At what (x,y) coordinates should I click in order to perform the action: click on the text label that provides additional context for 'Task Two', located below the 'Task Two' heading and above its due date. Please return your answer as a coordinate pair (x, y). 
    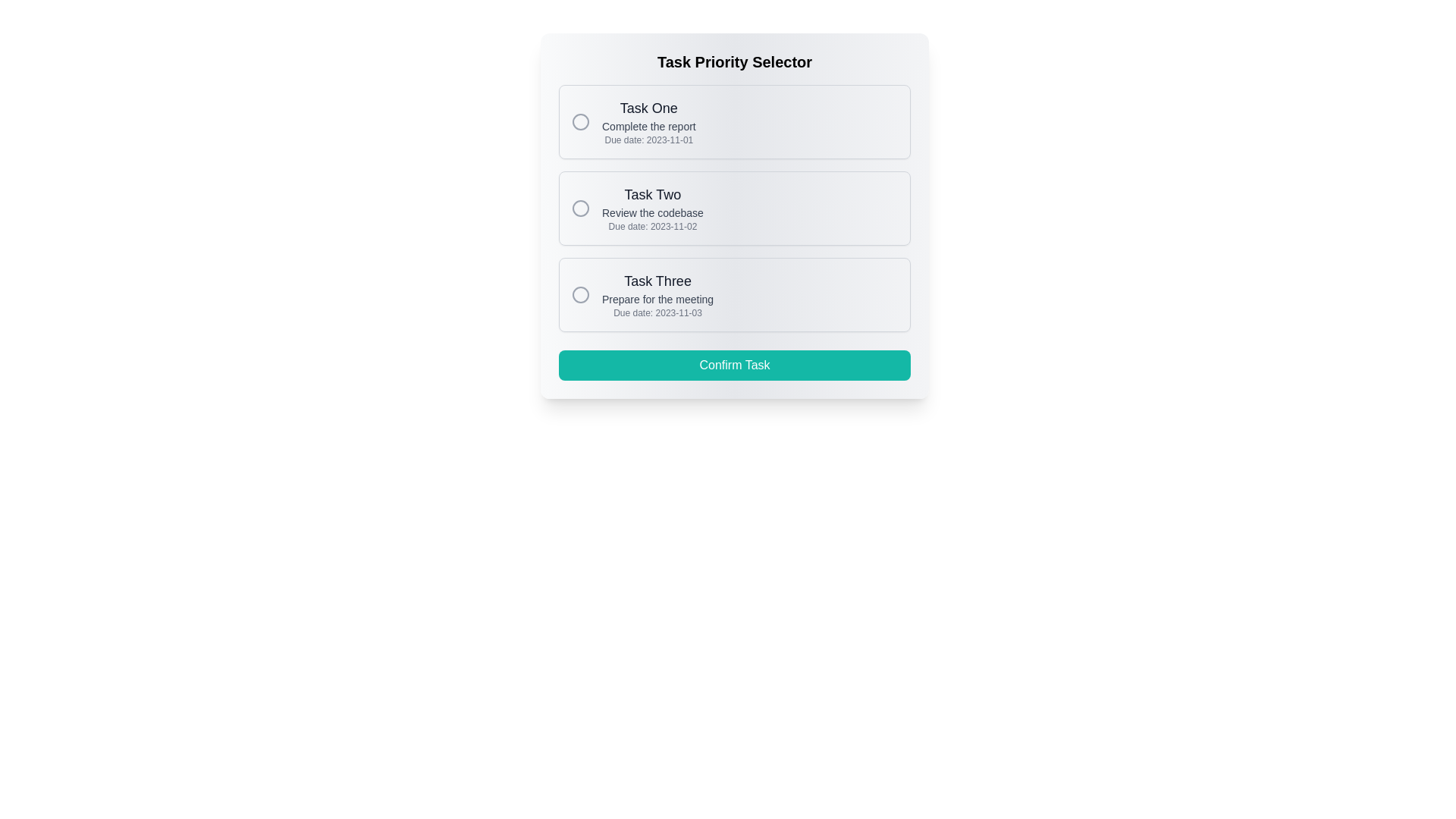
    Looking at the image, I should click on (652, 213).